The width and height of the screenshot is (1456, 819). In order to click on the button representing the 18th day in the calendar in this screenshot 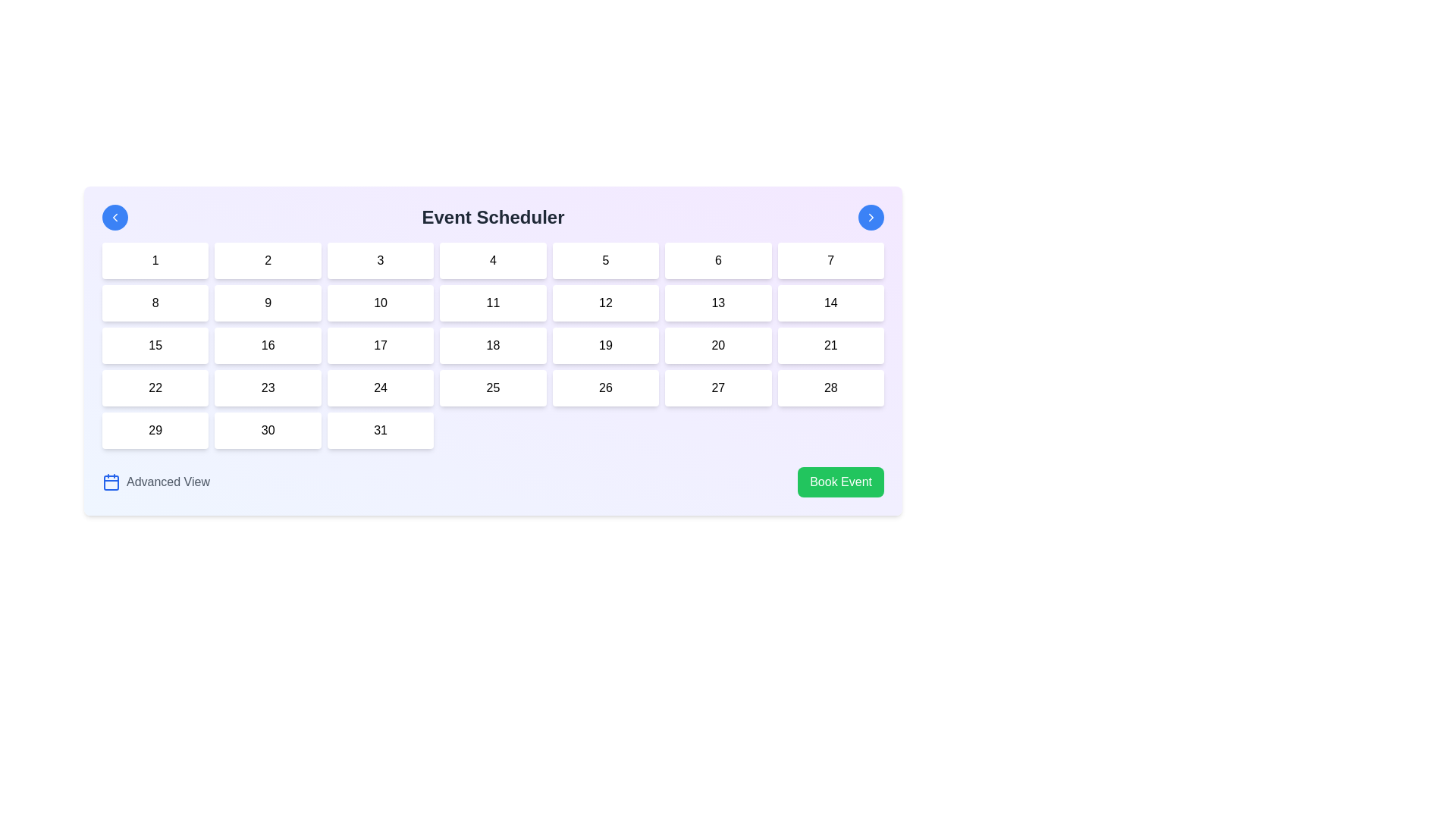, I will do `click(493, 345)`.